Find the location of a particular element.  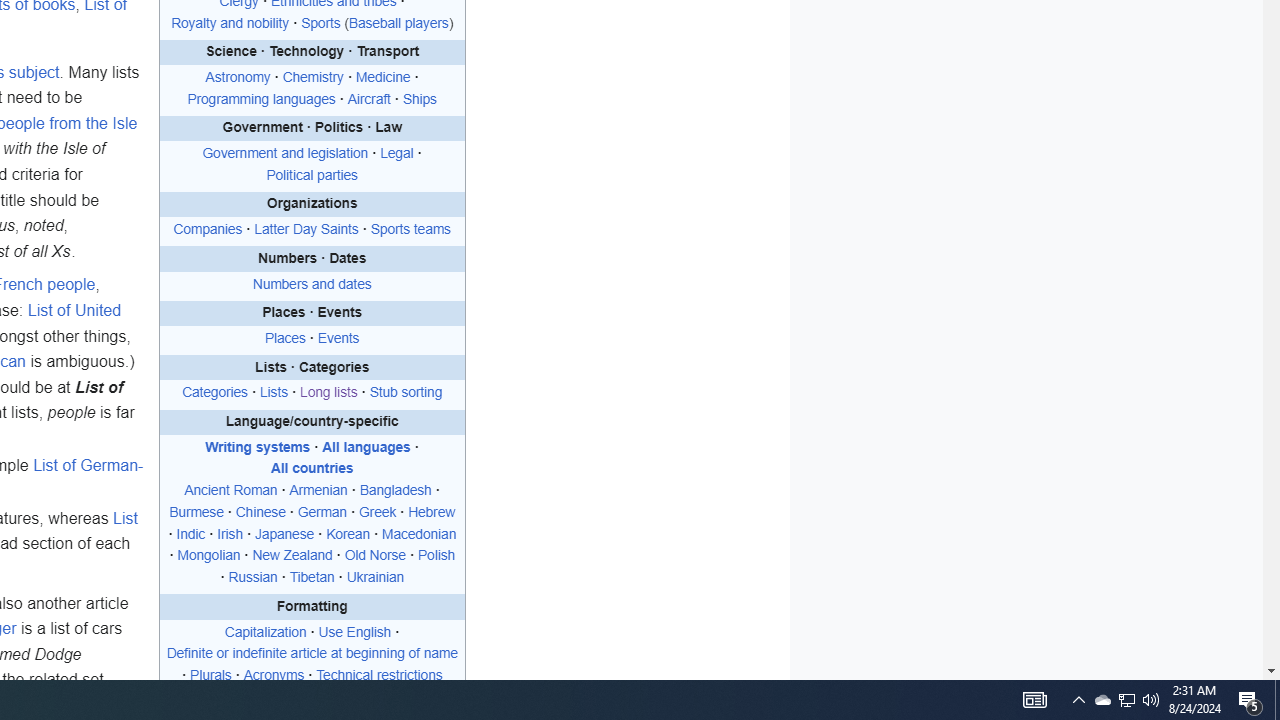

'All languages' is located at coordinates (366, 446).